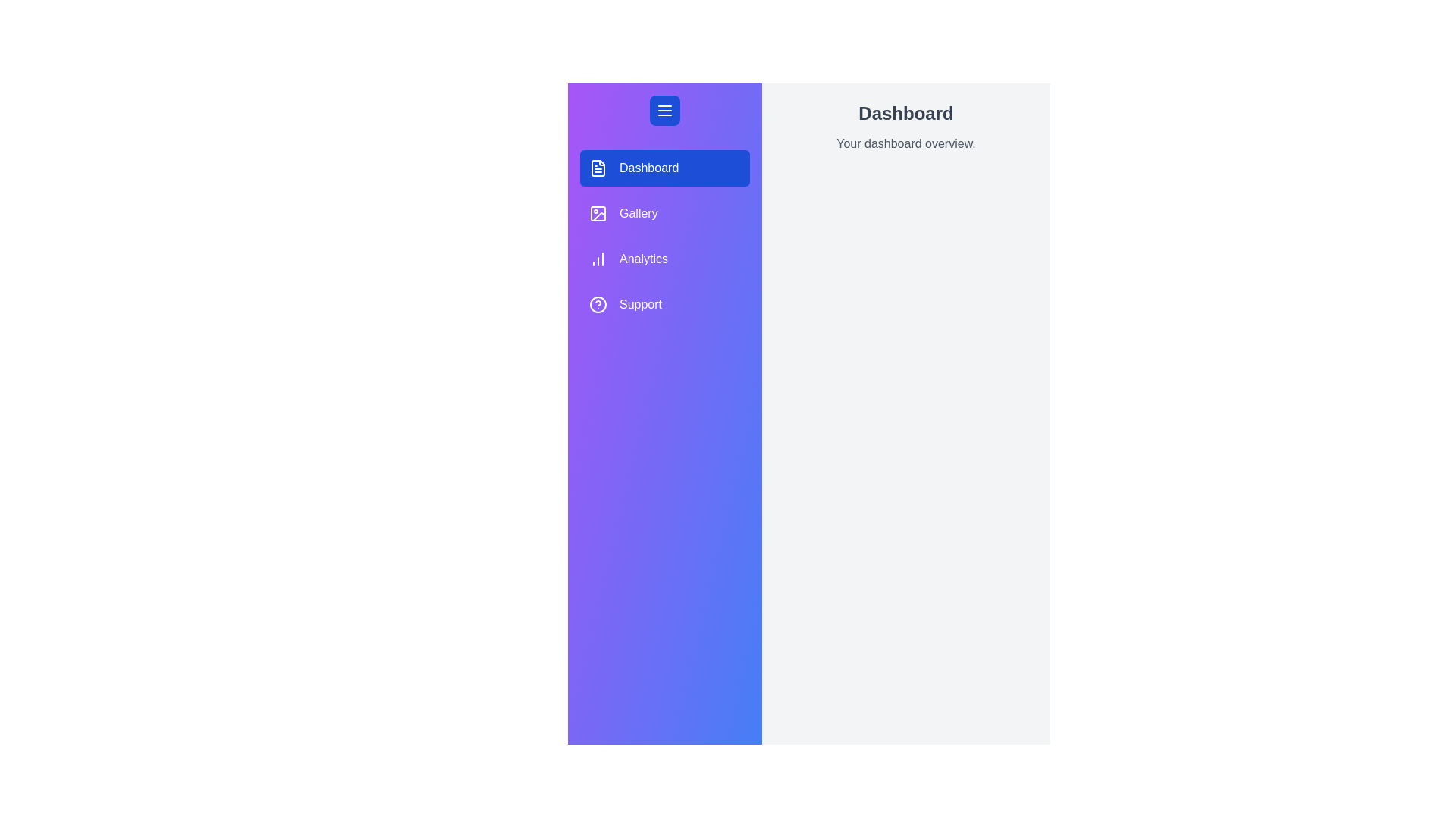 The width and height of the screenshot is (1456, 819). Describe the element at coordinates (665, 168) in the screenshot. I see `the menu item labeled 'Dashboard' to highlight it` at that location.